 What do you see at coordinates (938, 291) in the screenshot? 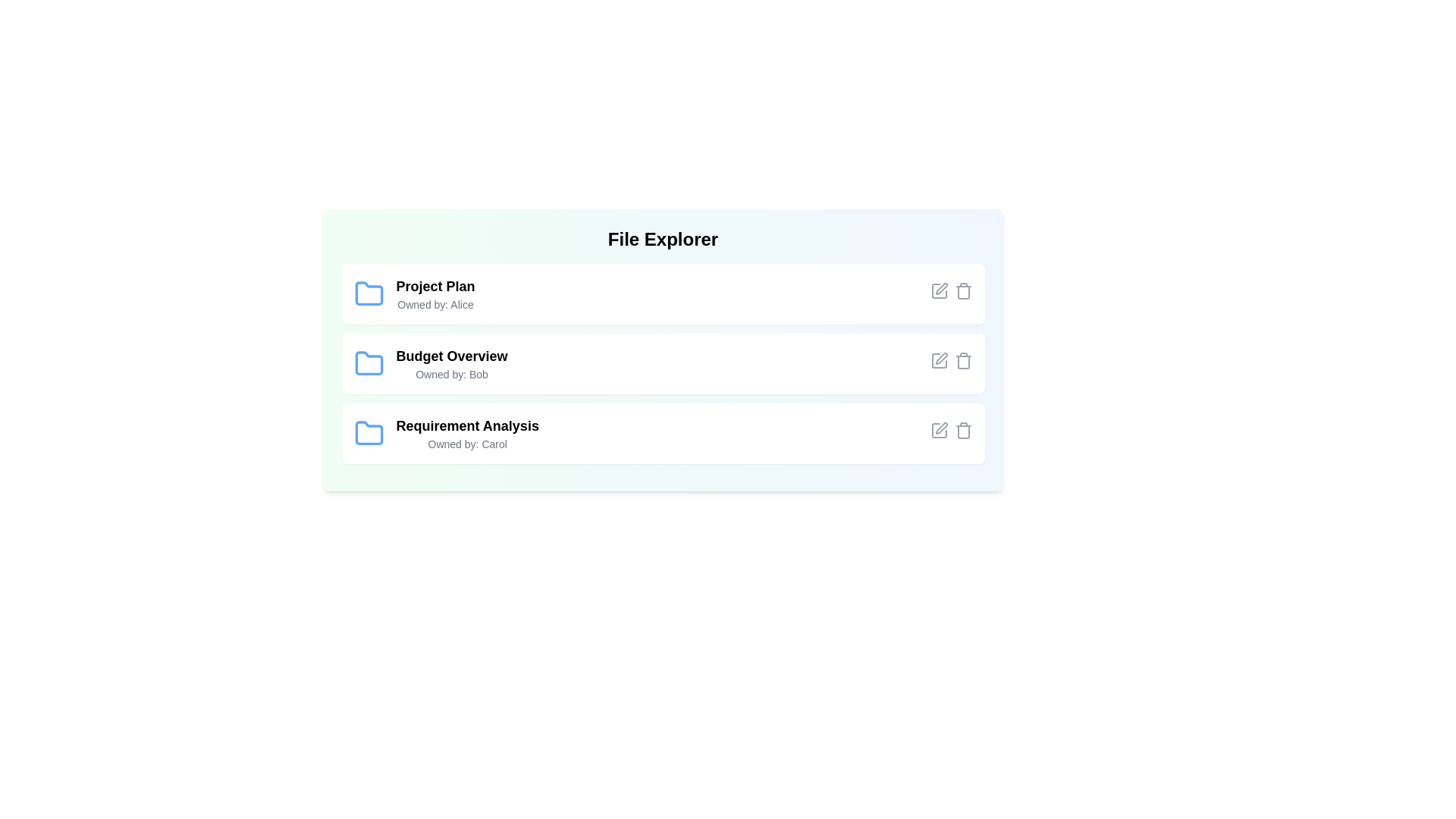
I see `the edit icon for the file Project Plan` at bounding box center [938, 291].